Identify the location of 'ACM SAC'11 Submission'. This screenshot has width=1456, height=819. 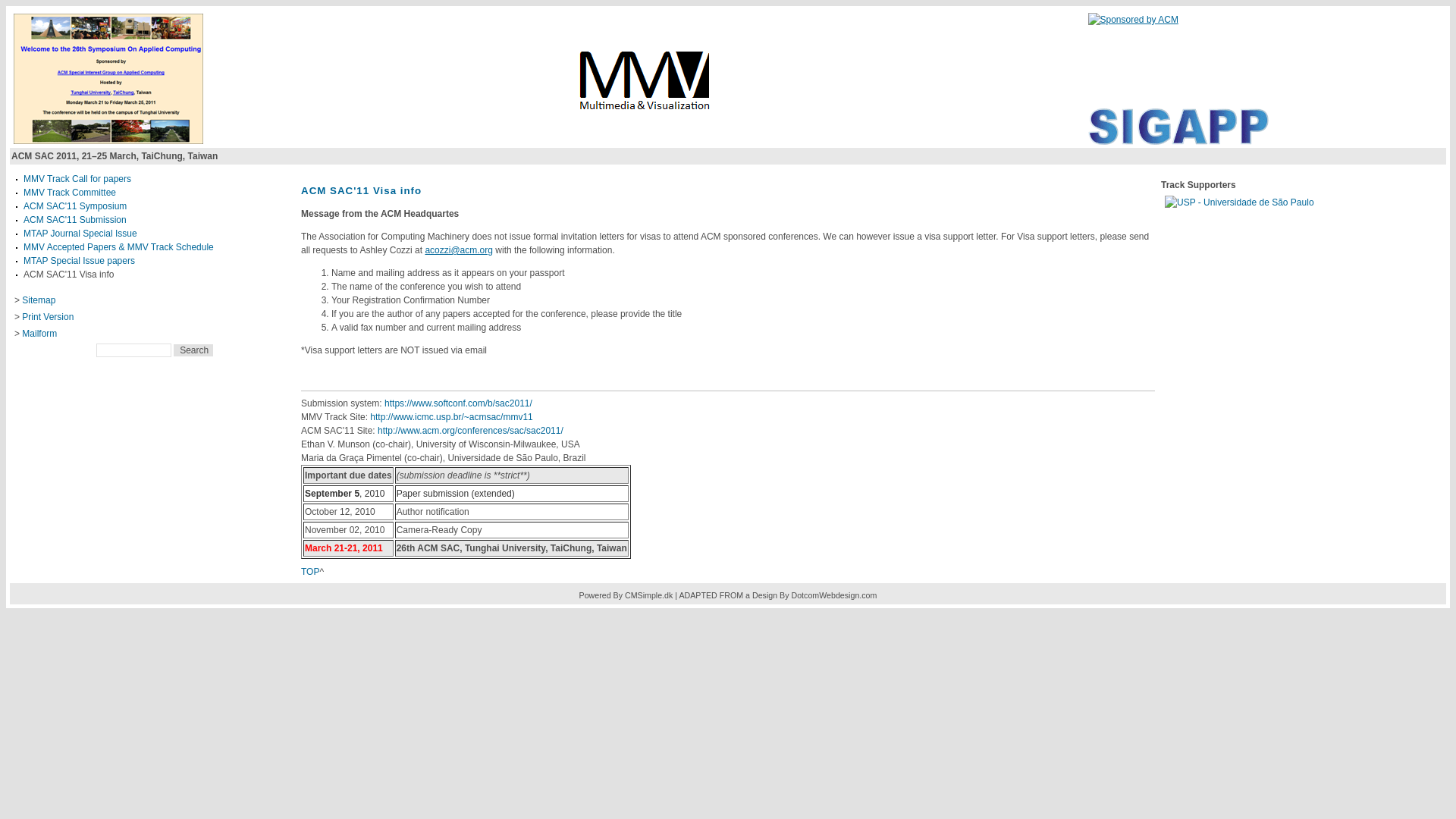
(74, 219).